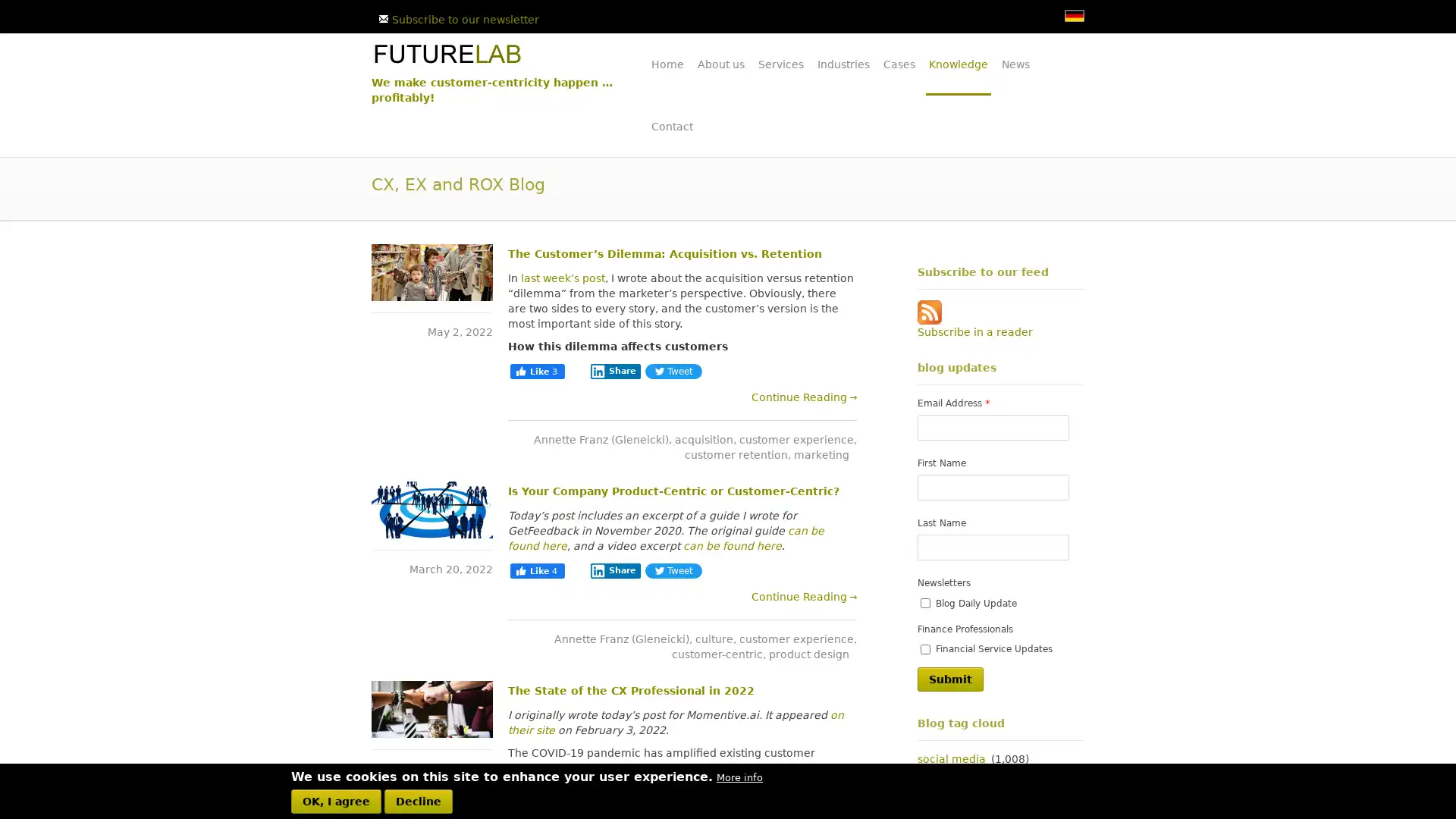 Image resolution: width=1456 pixels, height=819 pixels. I want to click on Submit, so click(949, 678).